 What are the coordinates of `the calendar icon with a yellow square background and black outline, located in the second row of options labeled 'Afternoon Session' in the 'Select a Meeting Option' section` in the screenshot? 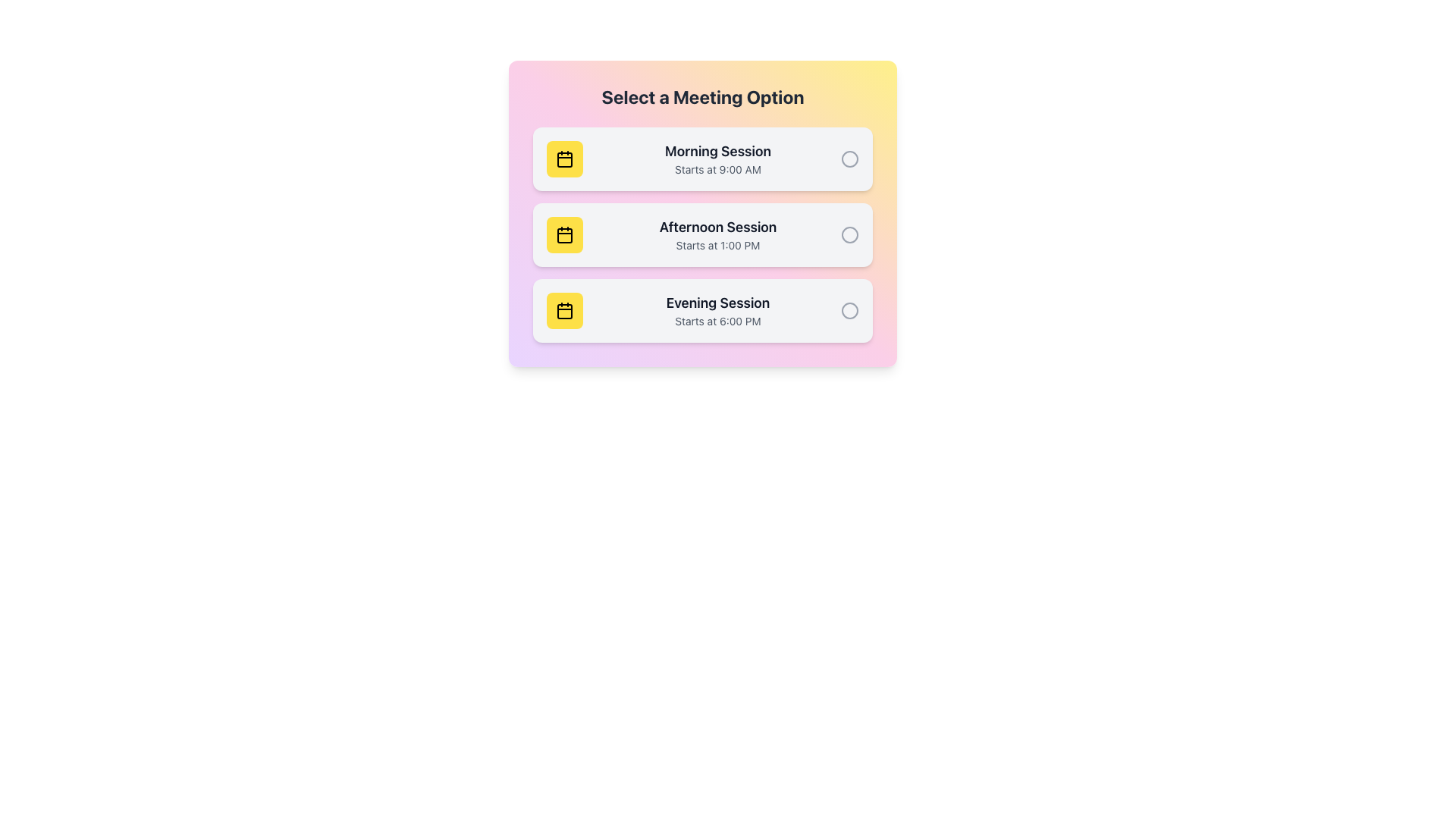 It's located at (563, 234).